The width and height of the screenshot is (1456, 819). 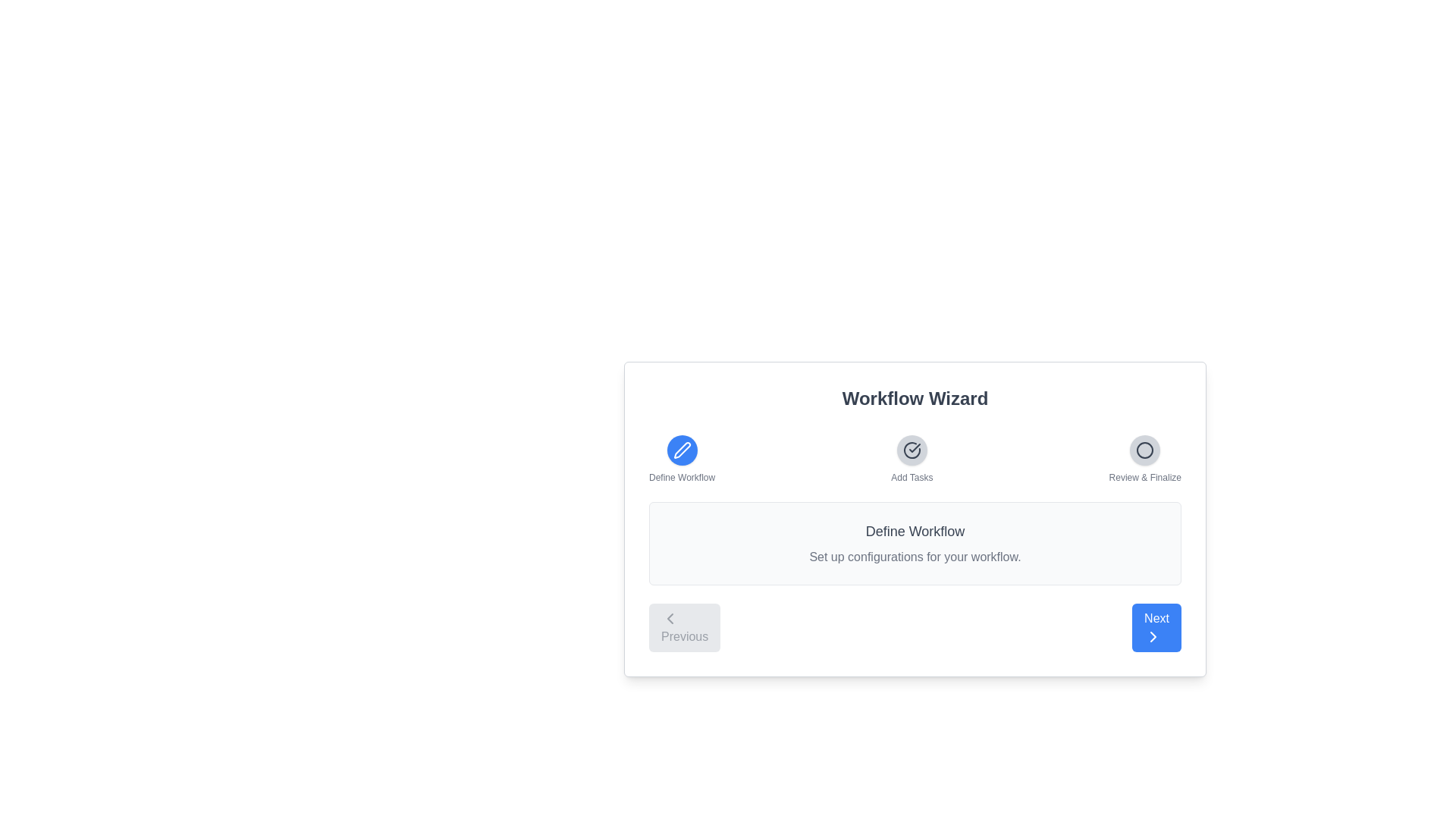 I want to click on the 'Review & Finalize' text label, which is styled in gray and positioned beneath a circular icon in the top center section of the interface, so click(x=1145, y=476).